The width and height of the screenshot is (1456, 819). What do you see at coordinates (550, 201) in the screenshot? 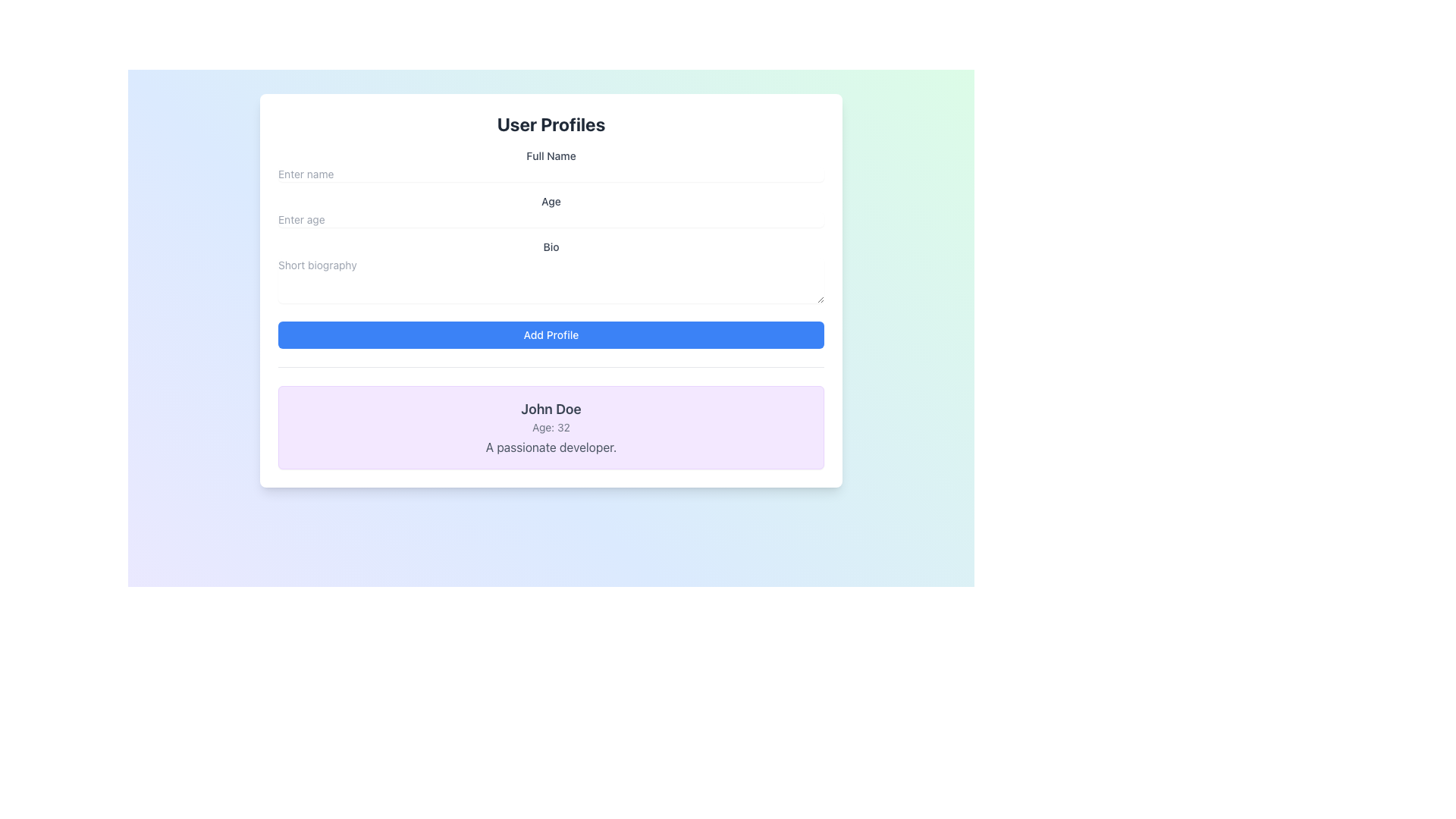
I see `the text label displaying 'Age' in bold, dark gray font, located above the input field for entering age information` at bounding box center [550, 201].